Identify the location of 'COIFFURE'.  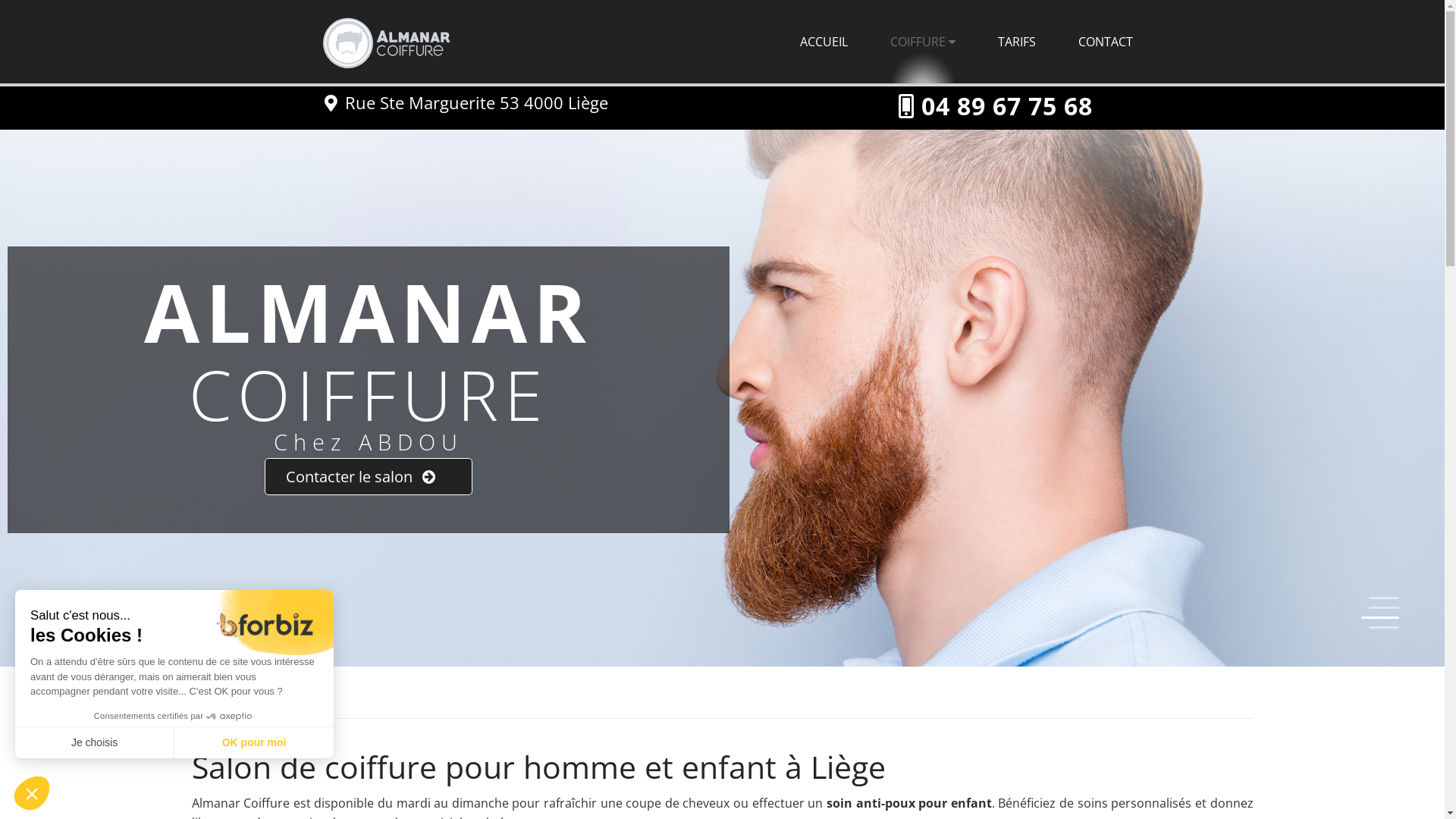
(922, 40).